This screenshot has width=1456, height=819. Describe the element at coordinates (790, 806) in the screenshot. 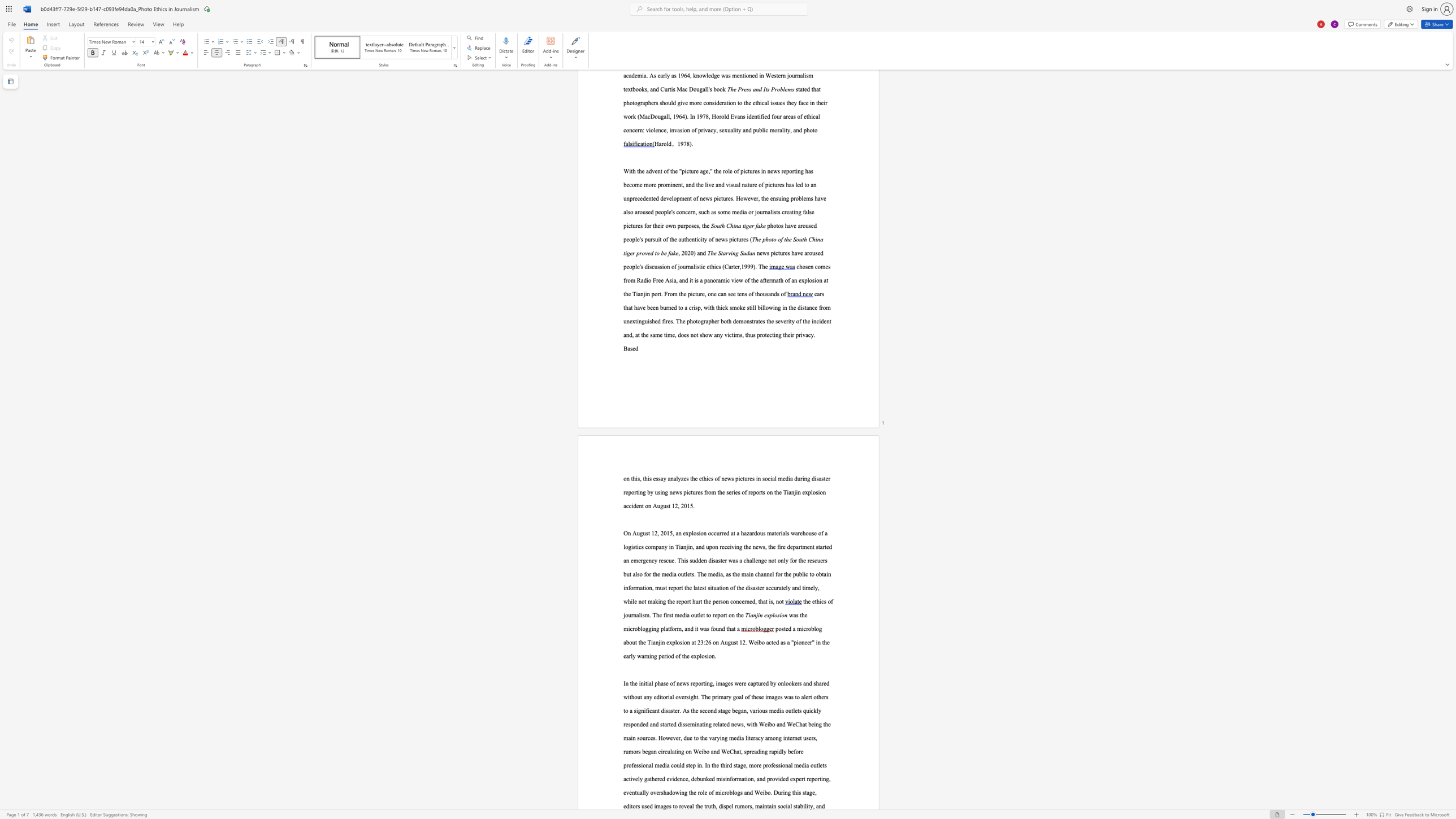

I see `the subset text "l st" within the text "social stability, and"` at that location.